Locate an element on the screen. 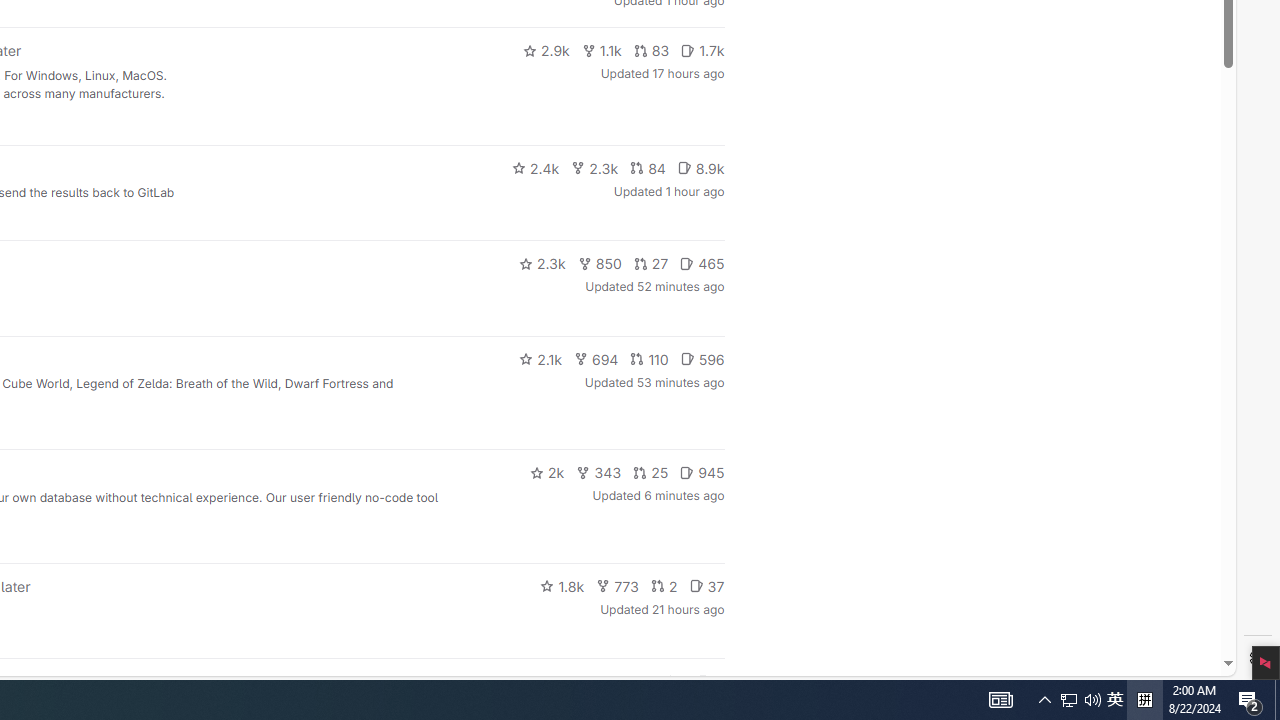  '27' is located at coordinates (651, 262).